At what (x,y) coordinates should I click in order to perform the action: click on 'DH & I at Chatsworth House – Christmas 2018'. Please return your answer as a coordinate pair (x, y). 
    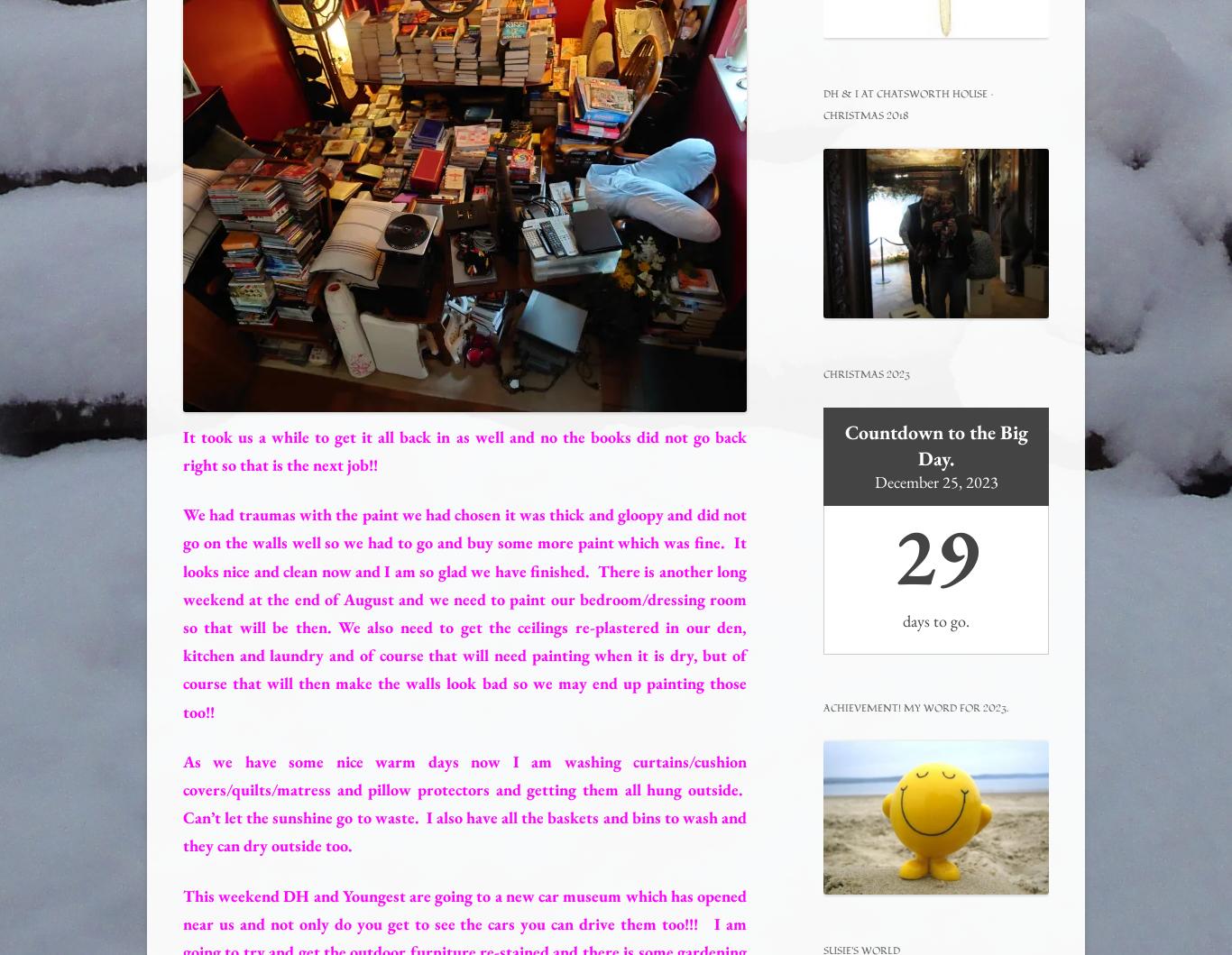
    Looking at the image, I should click on (823, 104).